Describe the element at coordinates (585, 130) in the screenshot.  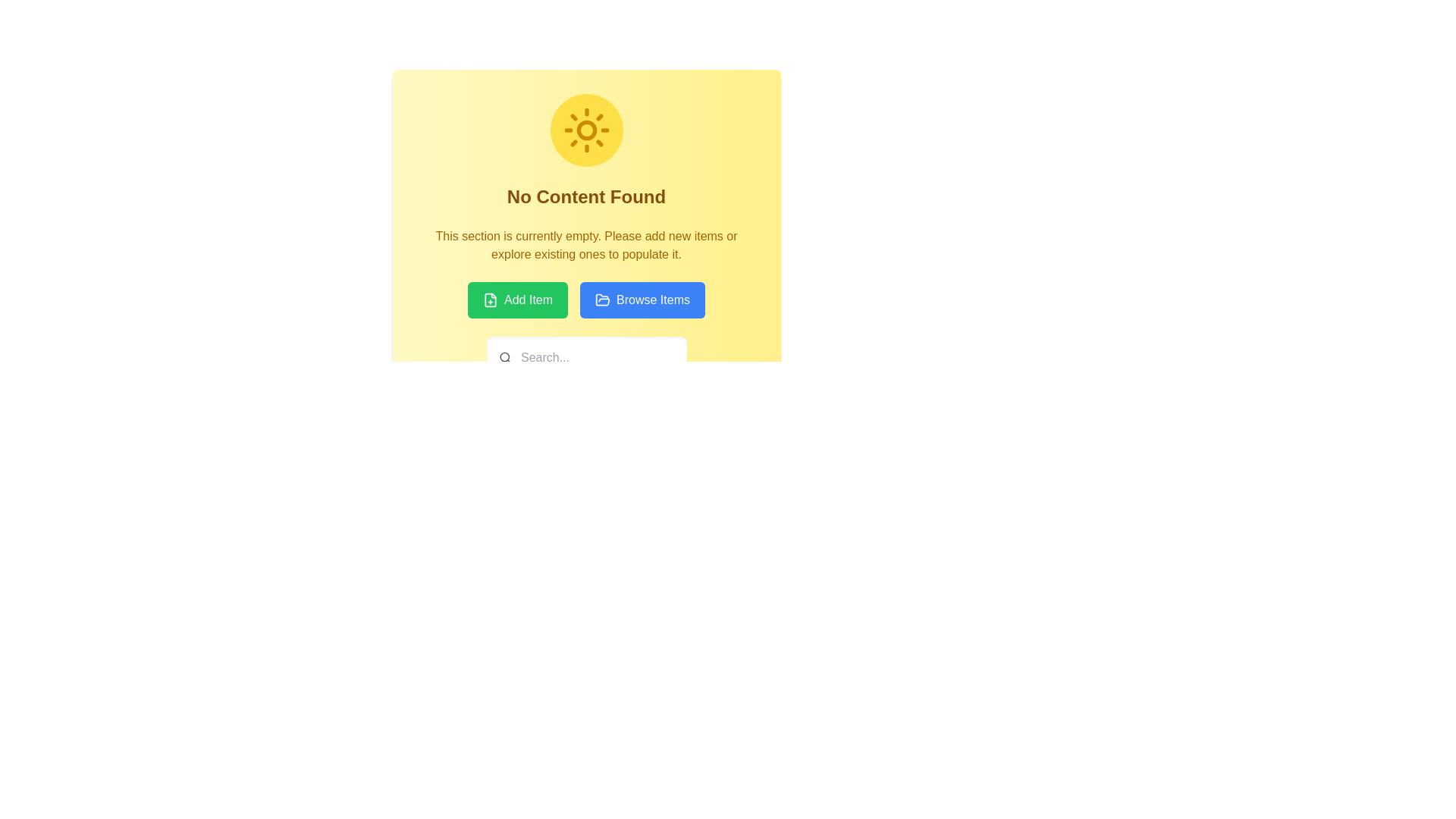
I see `the sun icon representing brightness, located near the top center of the interface in a yellow circular area, accompanying the 'No Content Found' message` at that location.